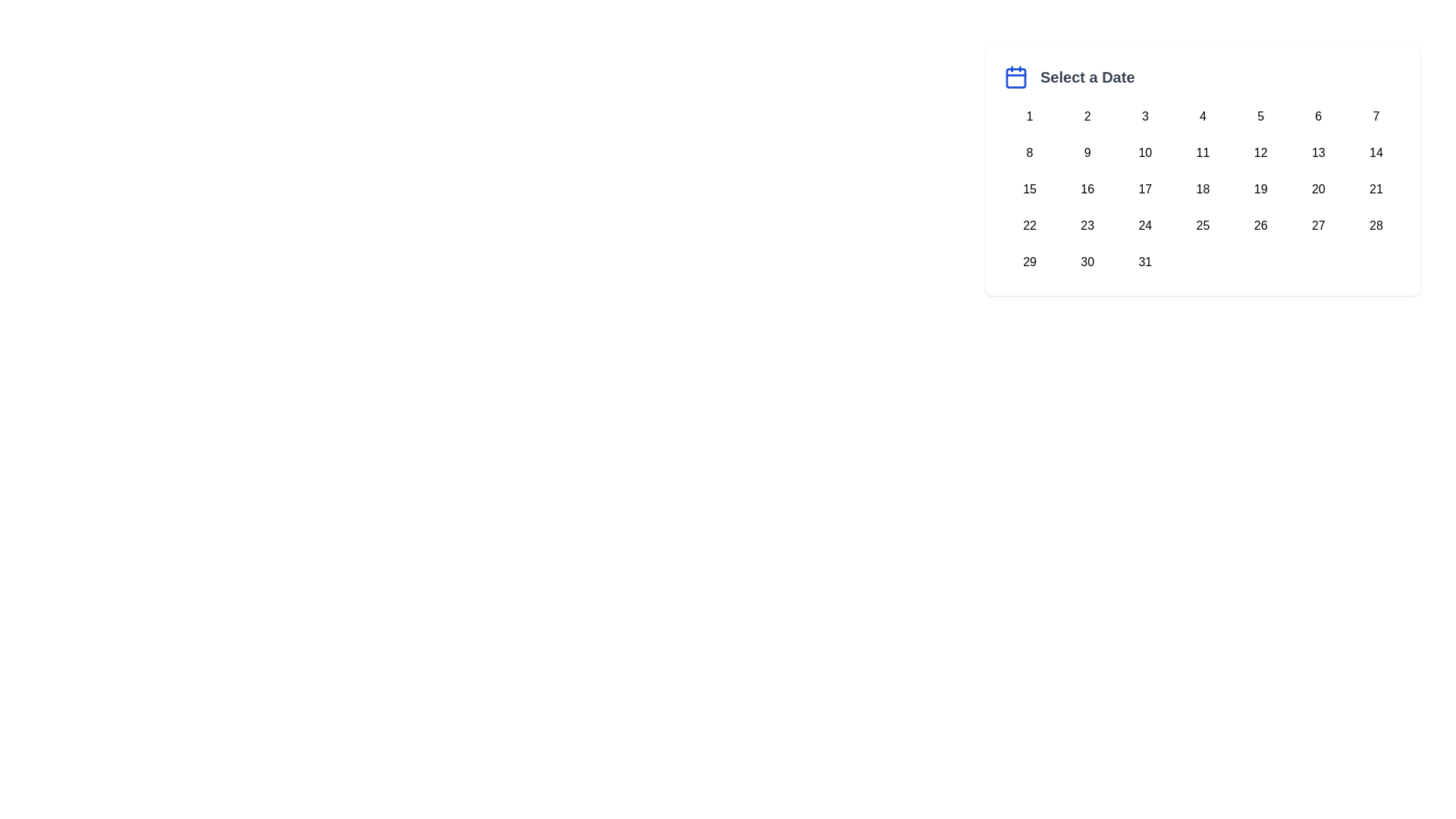  What do you see at coordinates (1260, 225) in the screenshot?
I see `the button displaying the number '26' in the calendar grid` at bounding box center [1260, 225].